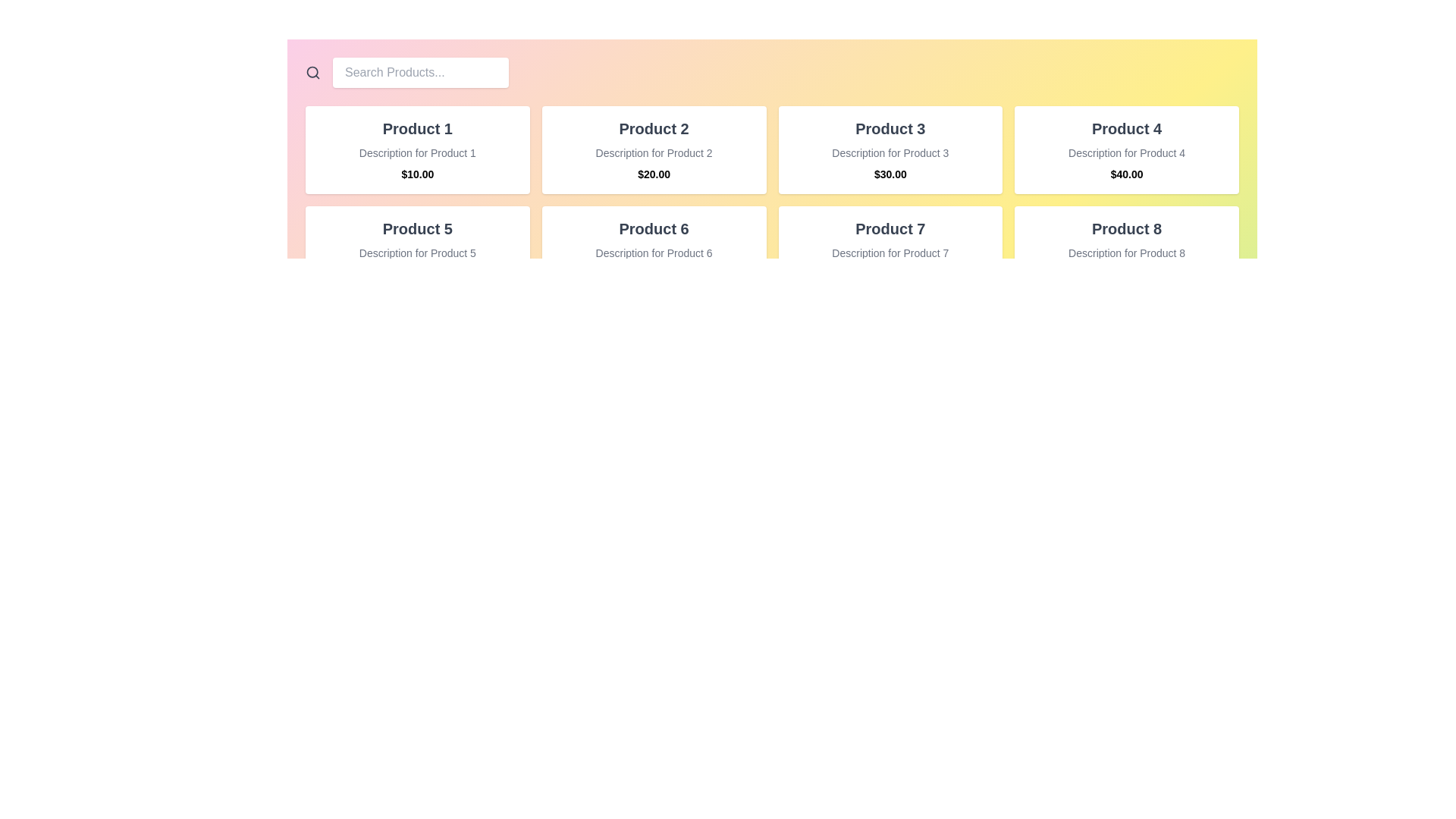 This screenshot has width=1456, height=819. I want to click on the descriptive text about the product featured in the card, which is located below the title 'Product 5' and above the price '$50.00', so click(417, 253).